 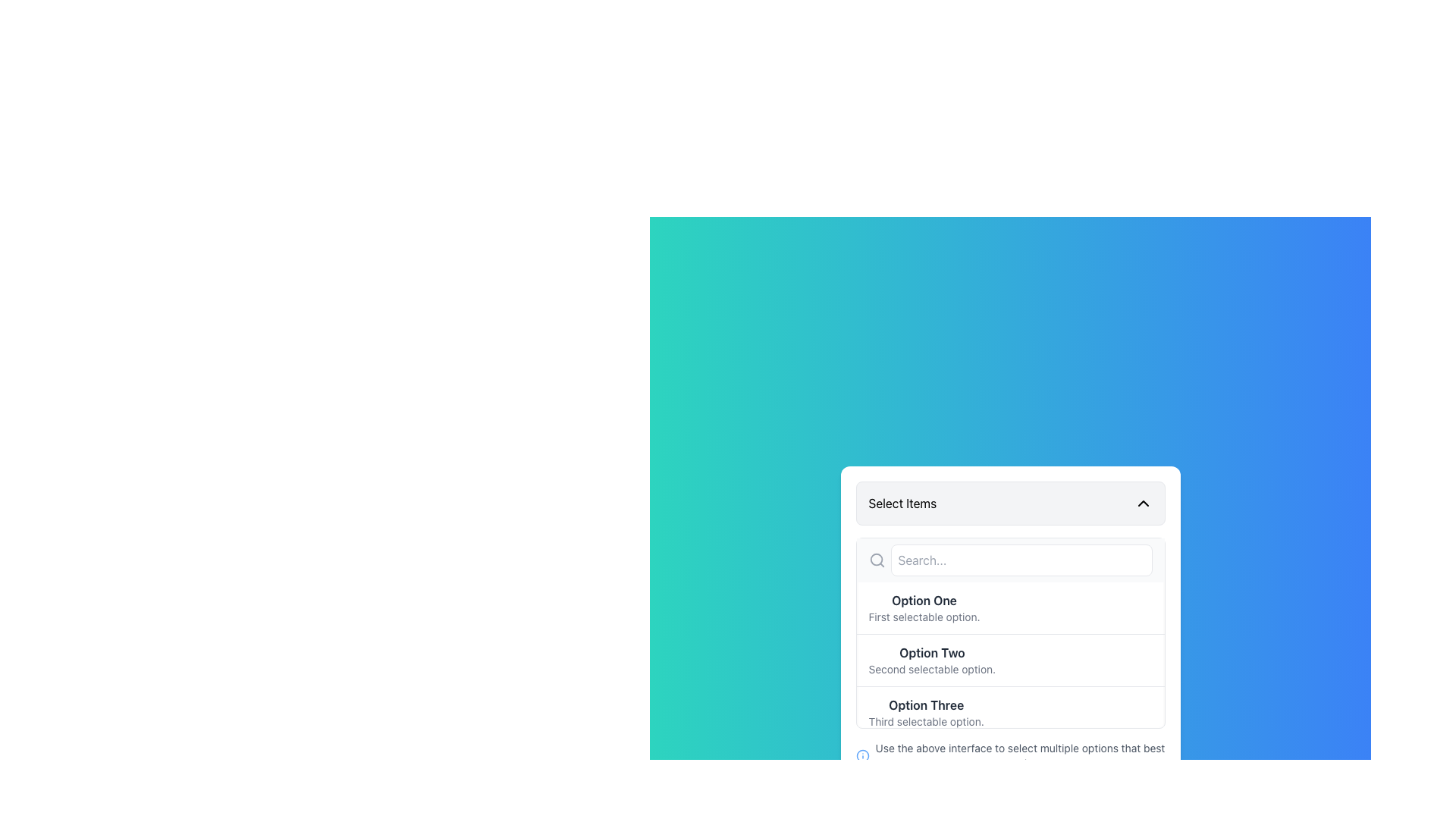 I want to click on the list item labeled 'Option Two' with subtext 'Second selectable option.', so click(x=1010, y=659).